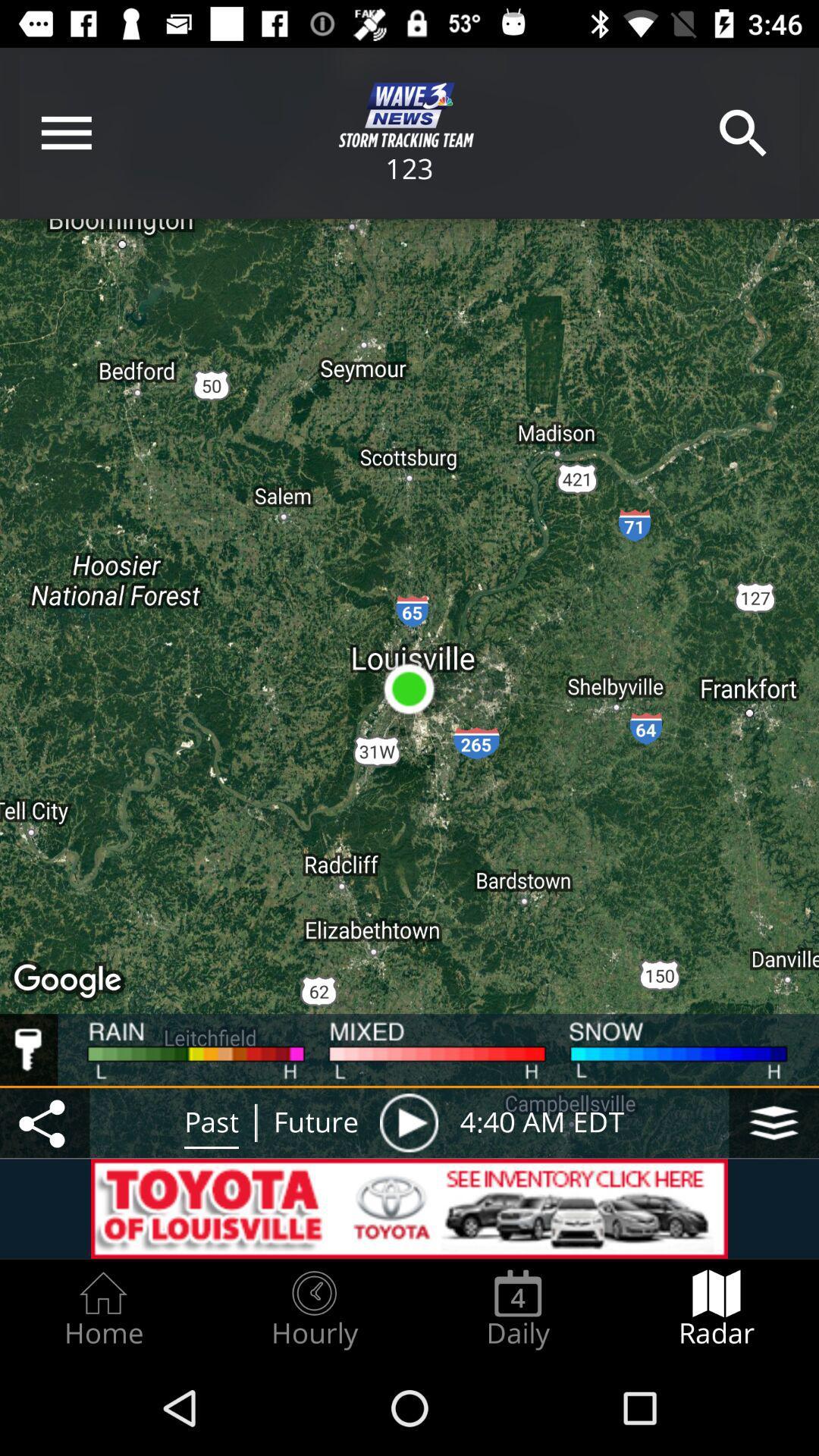 This screenshot has height=1456, width=819. I want to click on search icon, so click(742, 133).